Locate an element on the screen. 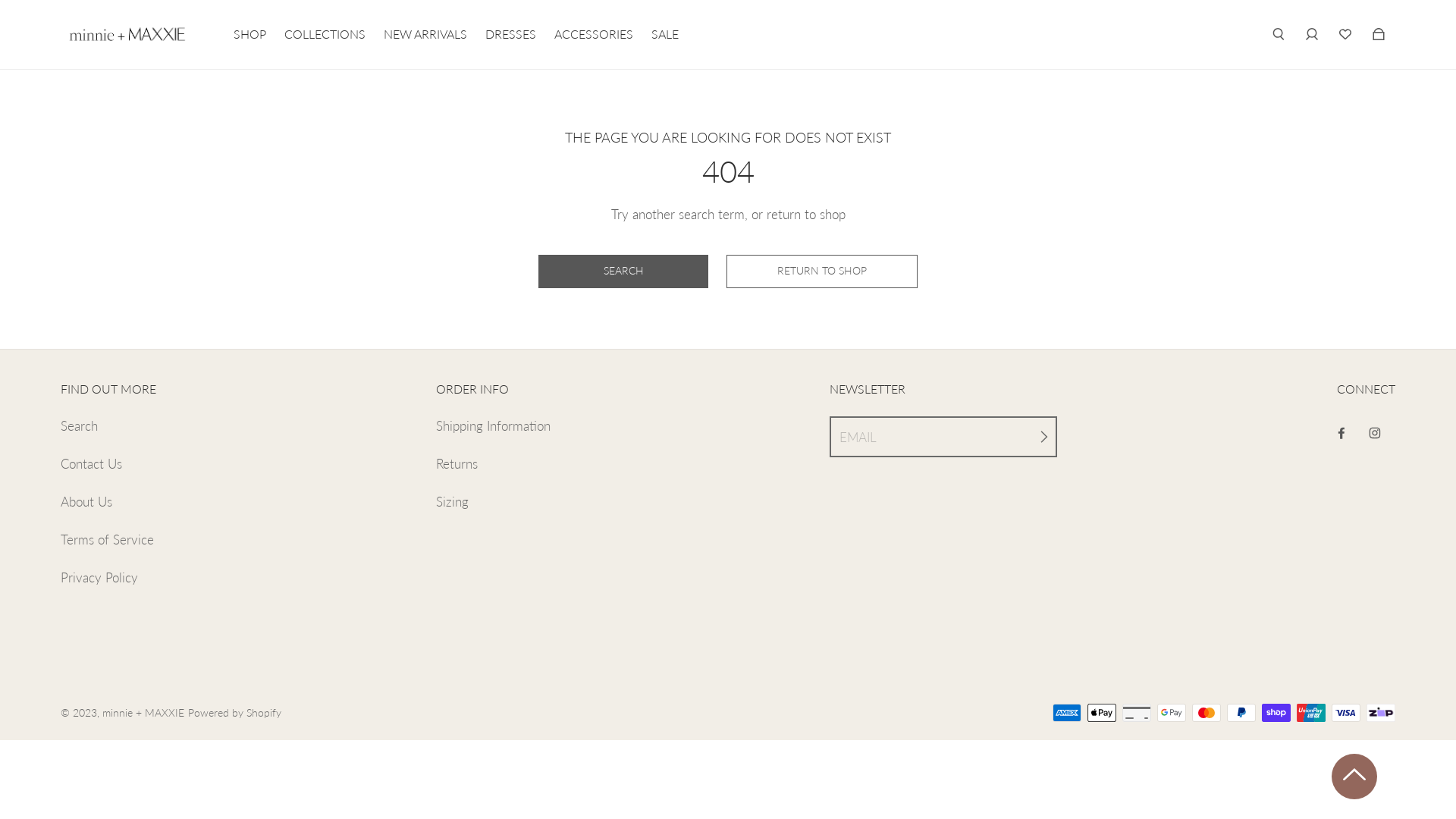 Image resolution: width=1456 pixels, height=819 pixels. 'Shipping Information' is located at coordinates (493, 426).